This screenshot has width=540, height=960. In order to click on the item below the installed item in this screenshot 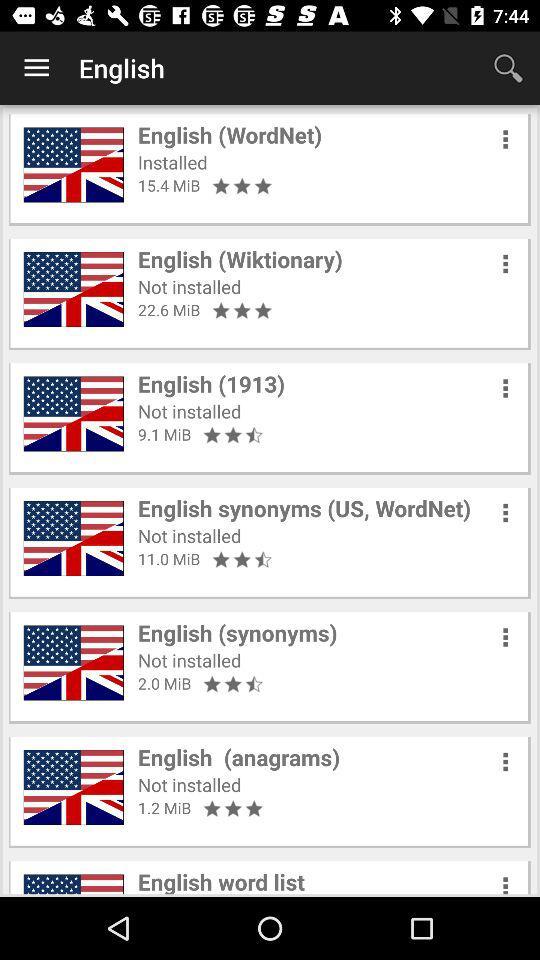, I will do `click(168, 185)`.